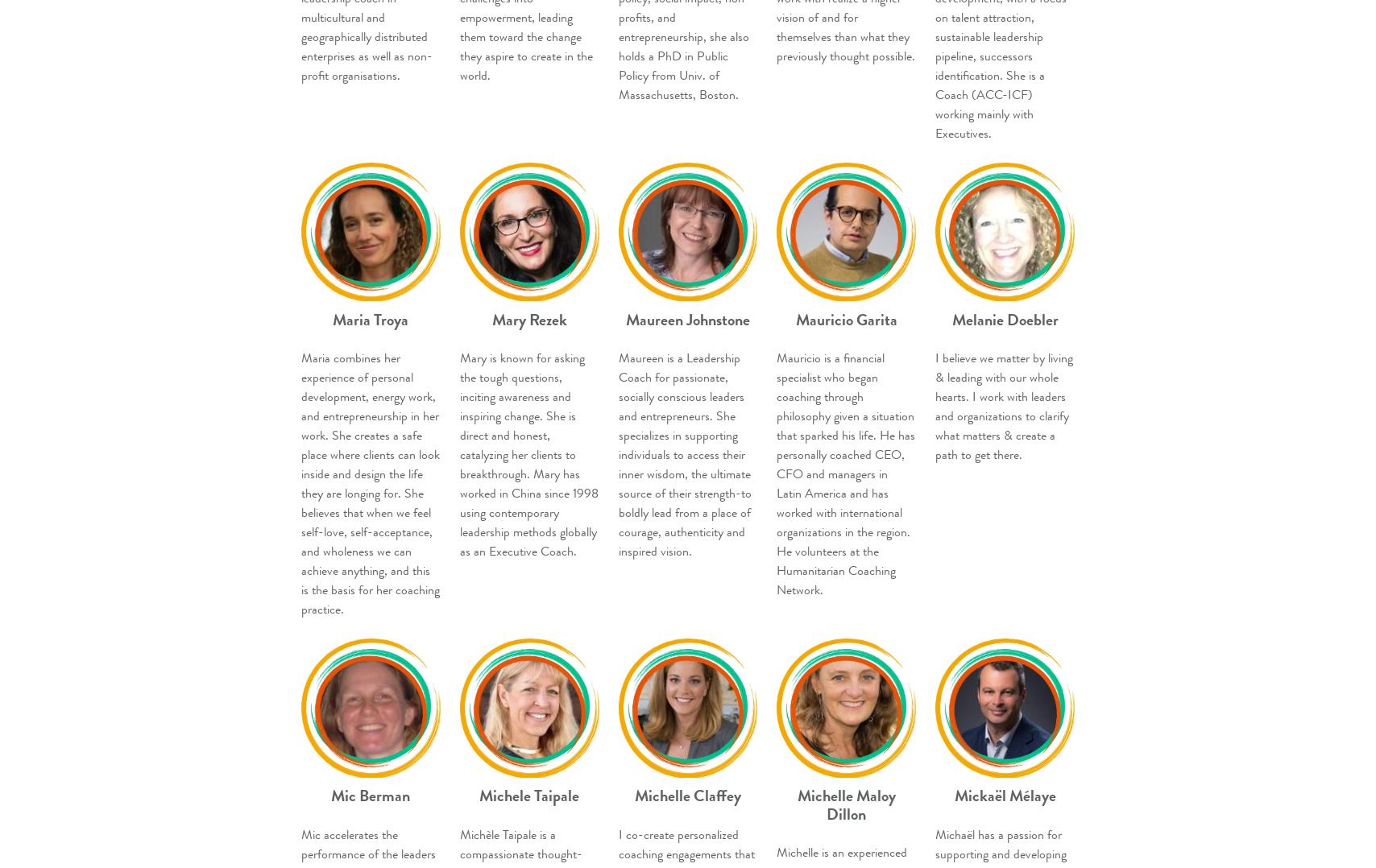 Image resolution: width=1376 pixels, height=868 pixels. Describe the element at coordinates (686, 796) in the screenshot. I see `'Michelle Claffey'` at that location.